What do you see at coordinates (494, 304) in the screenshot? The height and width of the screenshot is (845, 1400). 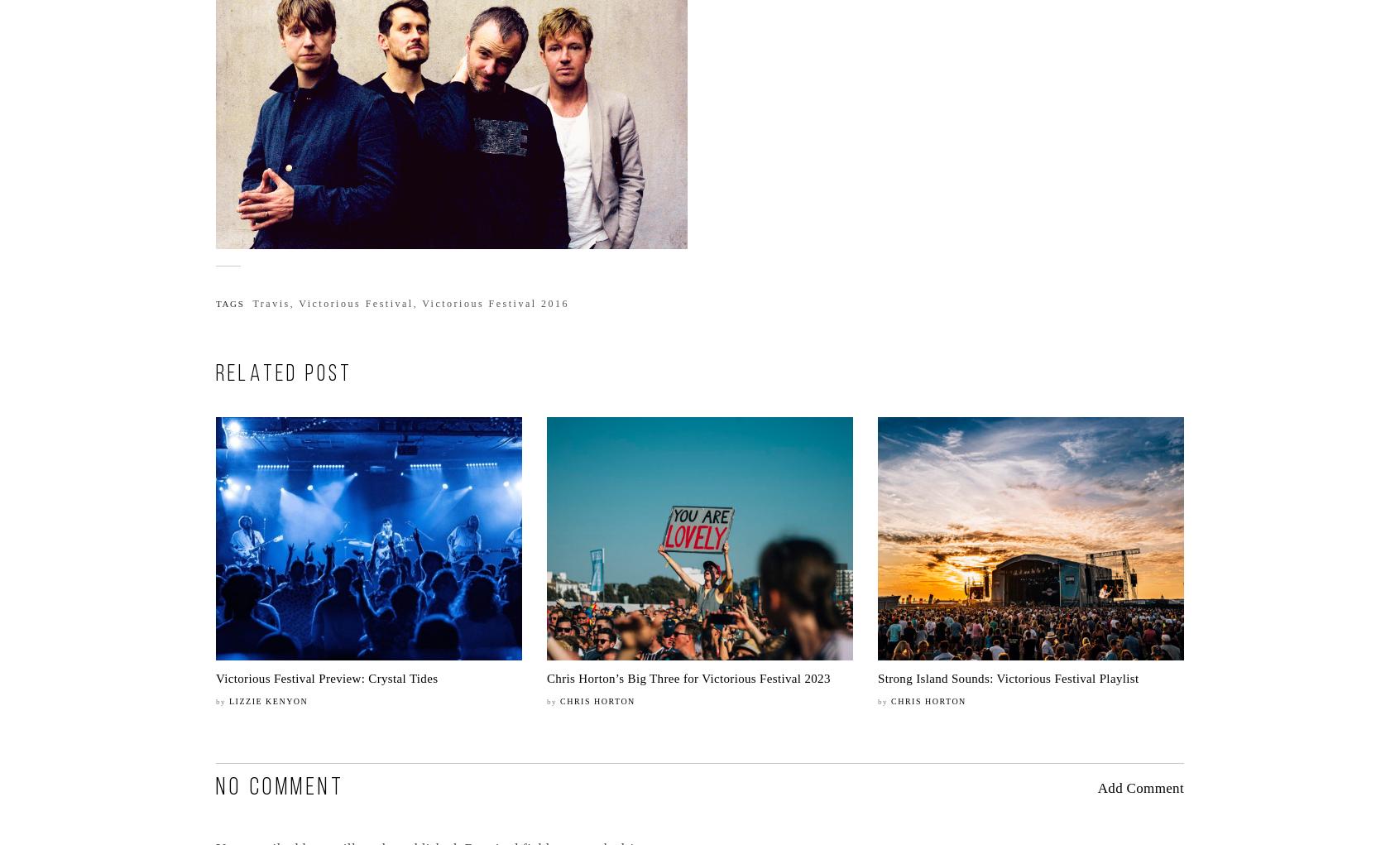 I see `'Victorious Festival 2016'` at bounding box center [494, 304].